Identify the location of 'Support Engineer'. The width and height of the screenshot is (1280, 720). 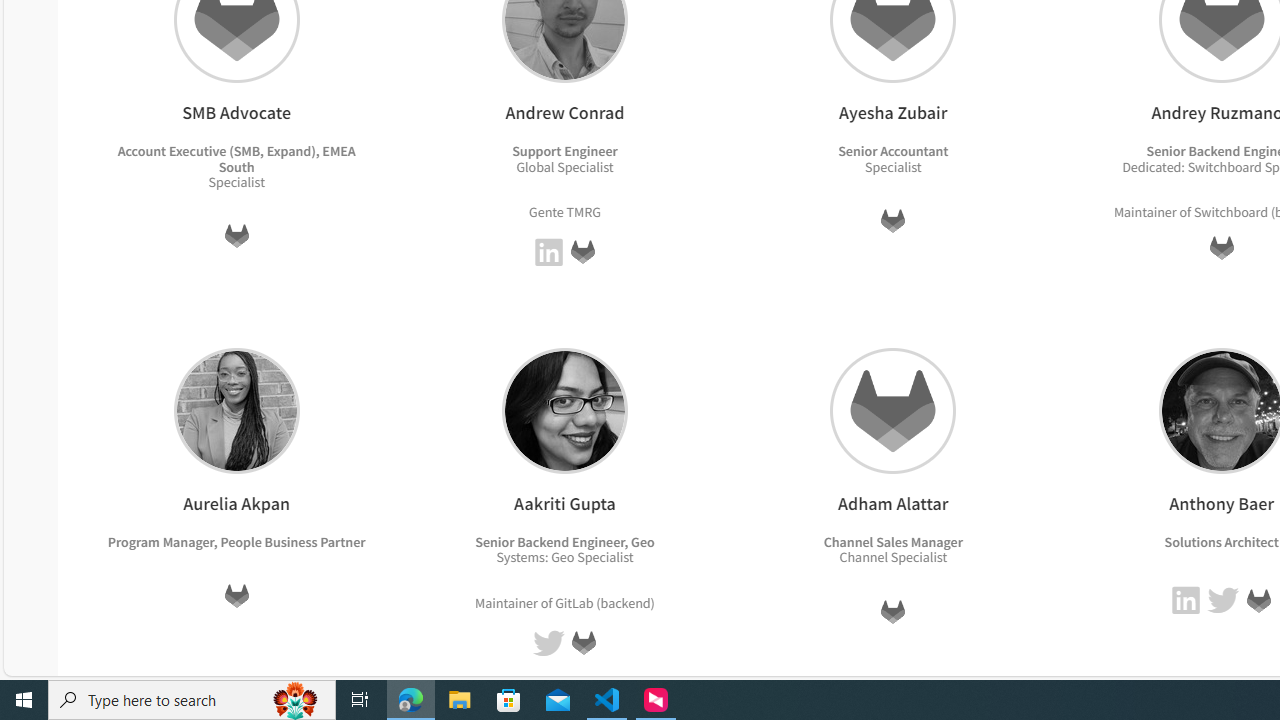
(564, 150).